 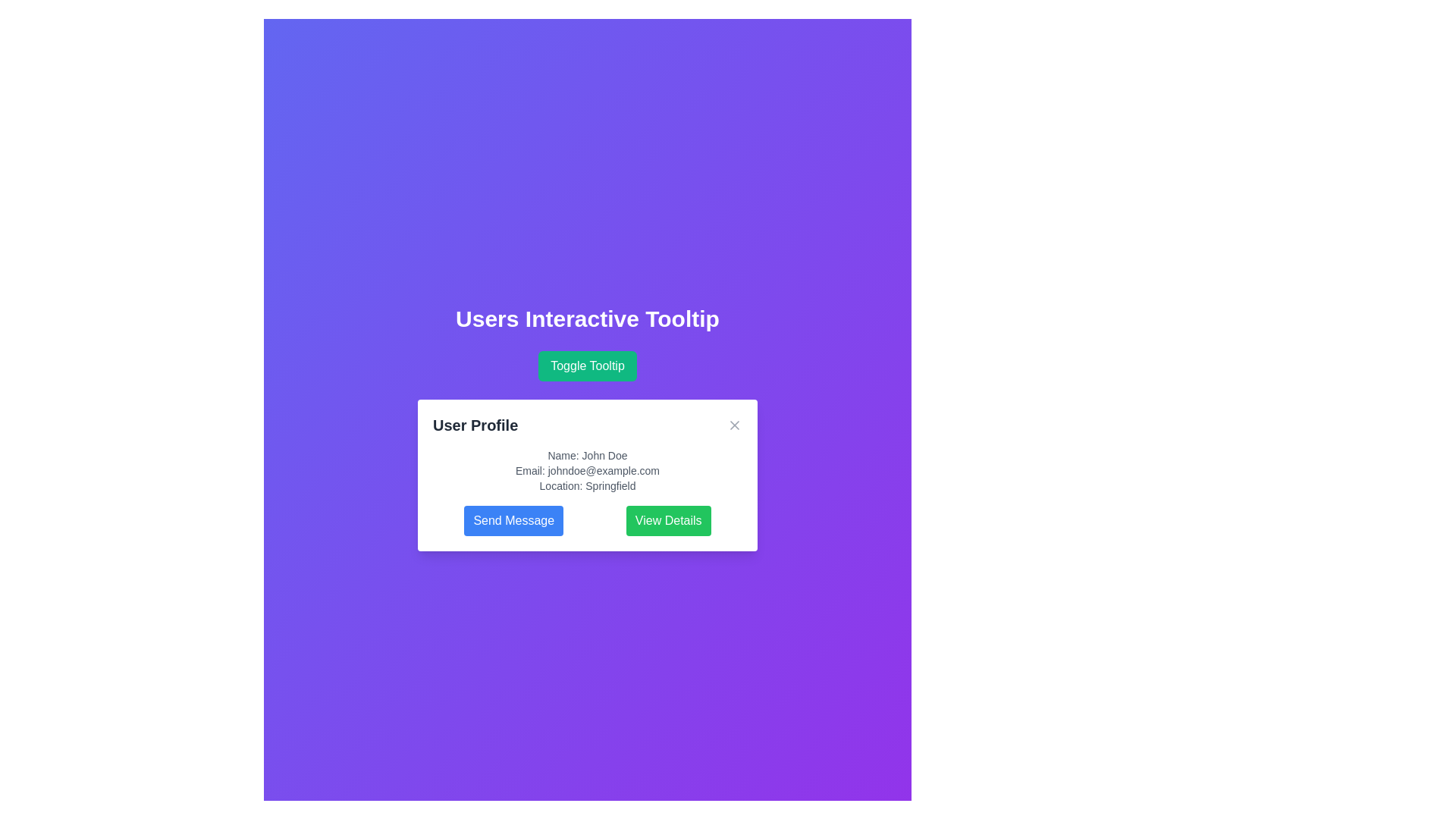 I want to click on text from the Text label located at the top-left corner of the card UI, which serves as a section header for the content below it, so click(x=475, y=425).